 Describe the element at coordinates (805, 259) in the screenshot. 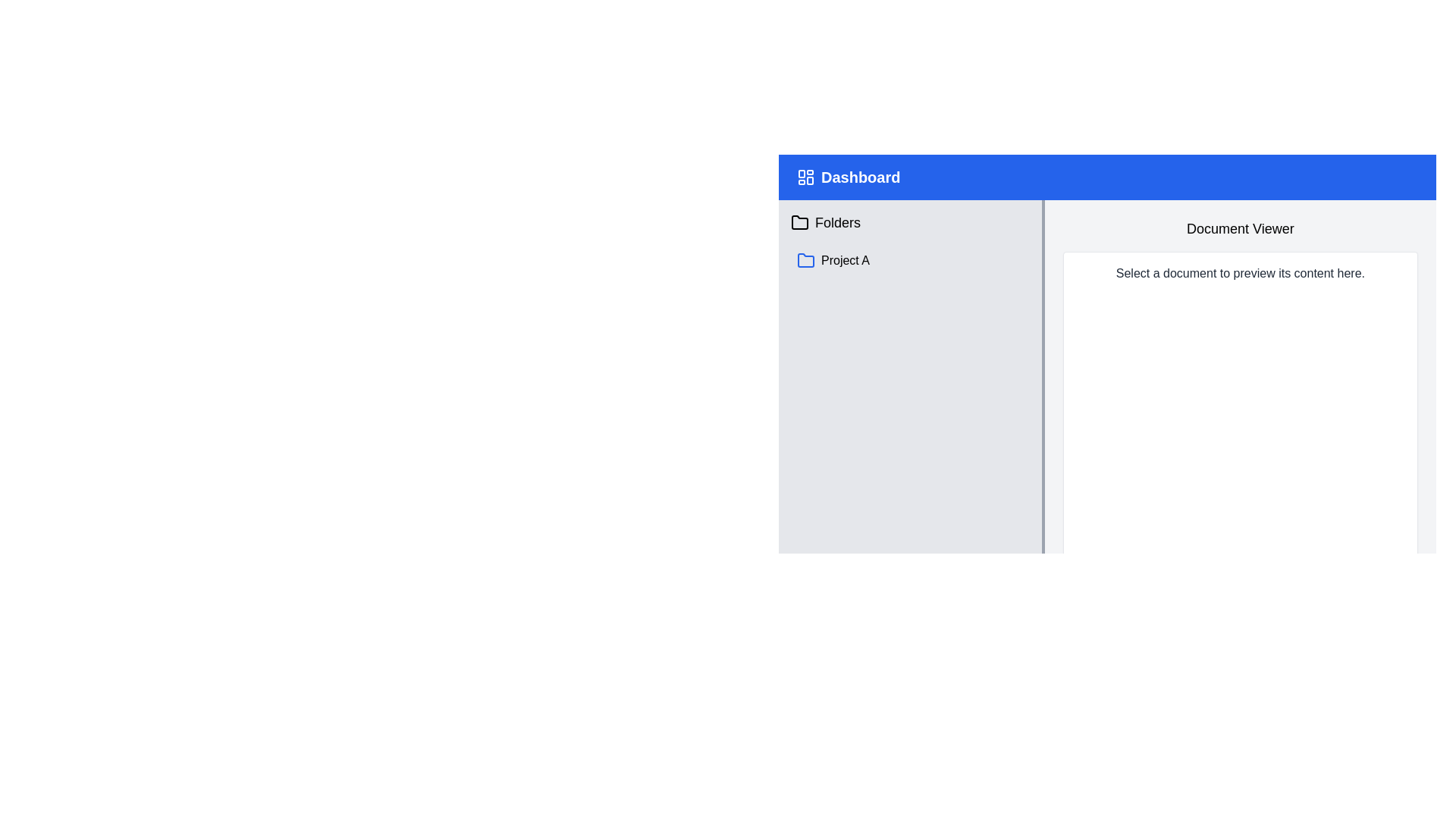

I see `the folder icon associated with 'Project A' in the 'Folders' section of the Dashboard interface` at that location.